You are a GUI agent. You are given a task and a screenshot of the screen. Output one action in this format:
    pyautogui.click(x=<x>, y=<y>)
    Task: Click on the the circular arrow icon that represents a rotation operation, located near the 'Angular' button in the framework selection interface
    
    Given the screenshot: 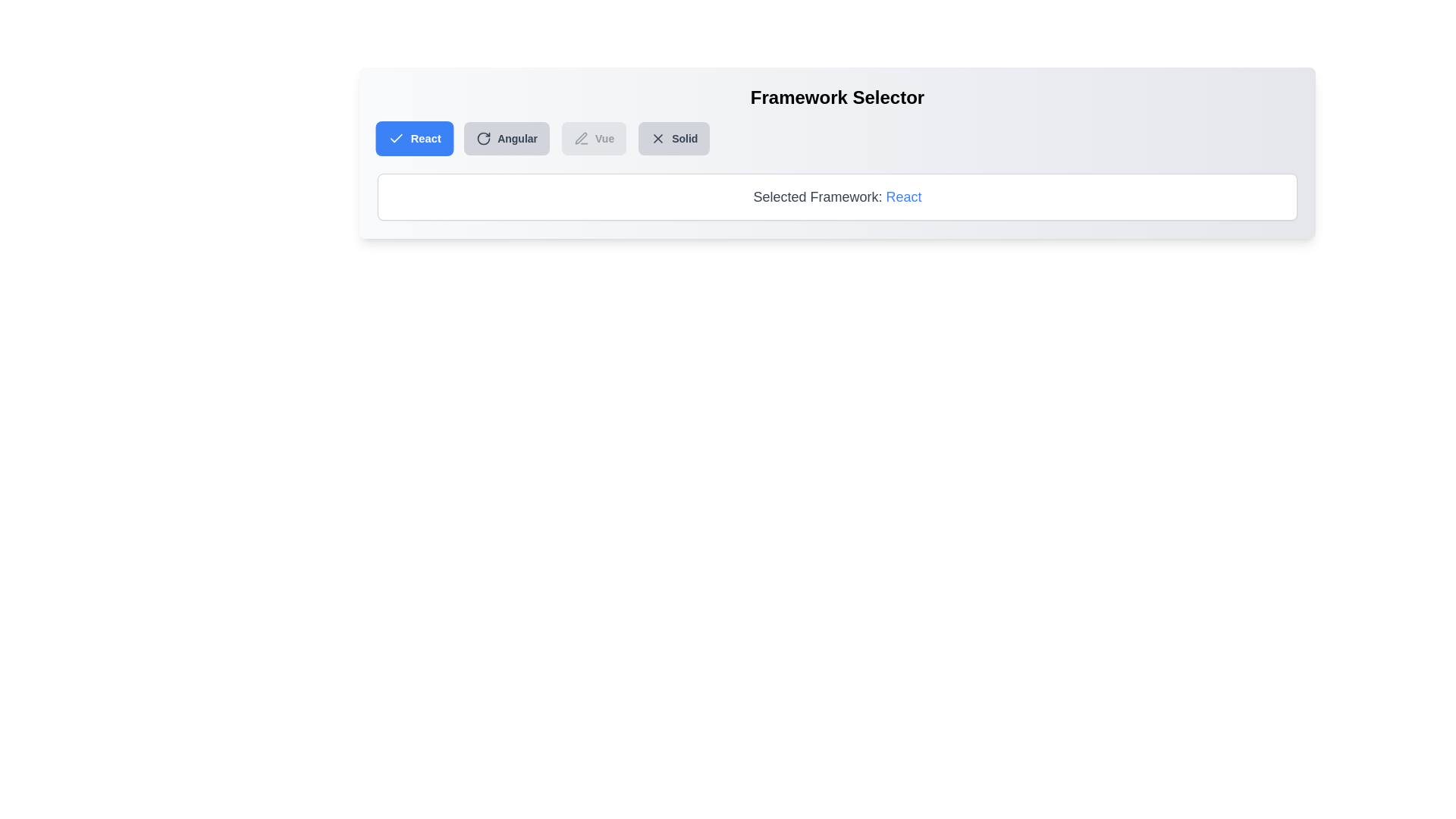 What is the action you would take?
    pyautogui.click(x=483, y=138)
    